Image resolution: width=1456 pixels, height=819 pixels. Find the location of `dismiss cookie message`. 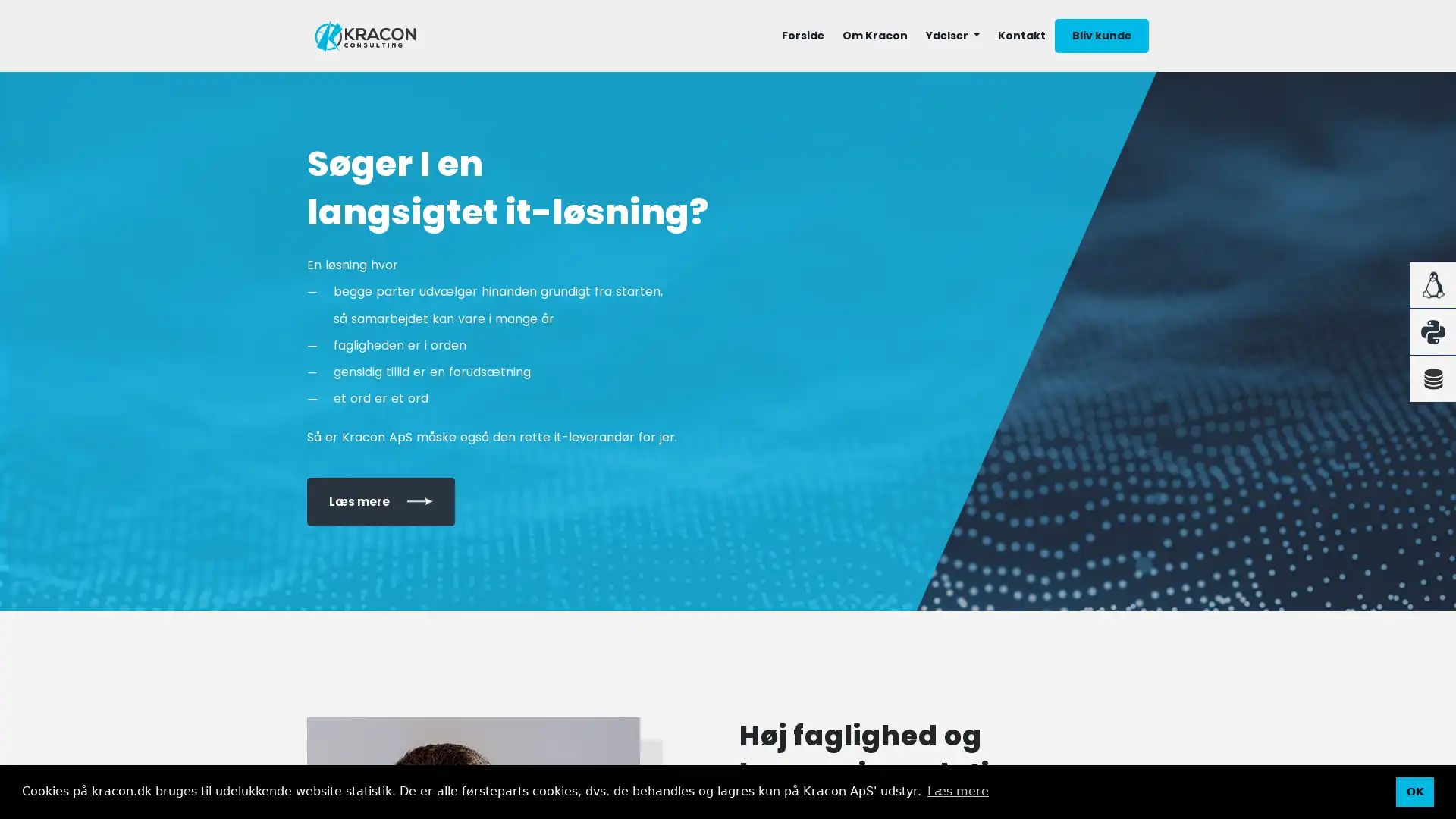

dismiss cookie message is located at coordinates (1414, 791).